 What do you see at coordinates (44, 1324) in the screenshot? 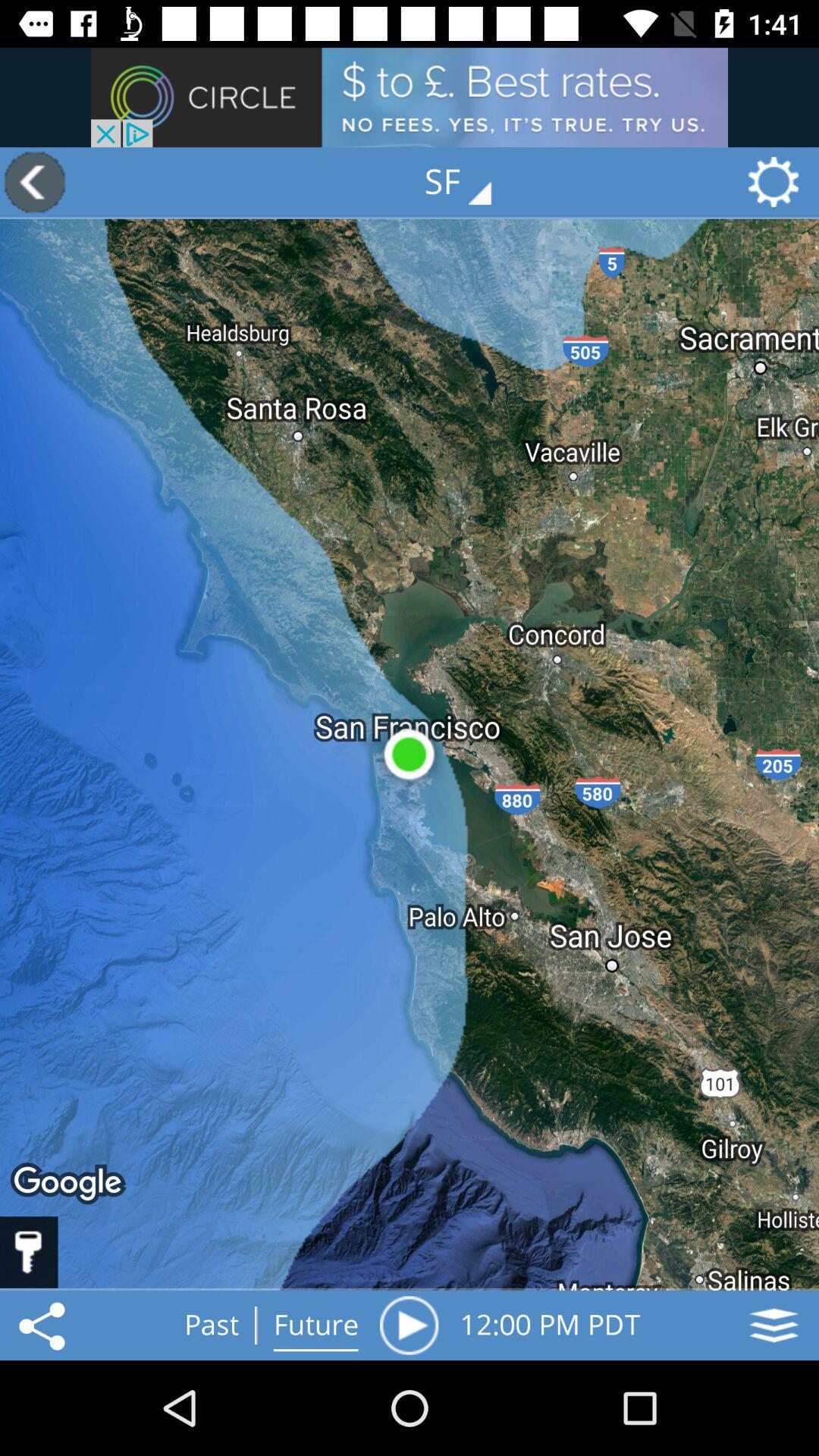
I see `the share icon` at bounding box center [44, 1324].